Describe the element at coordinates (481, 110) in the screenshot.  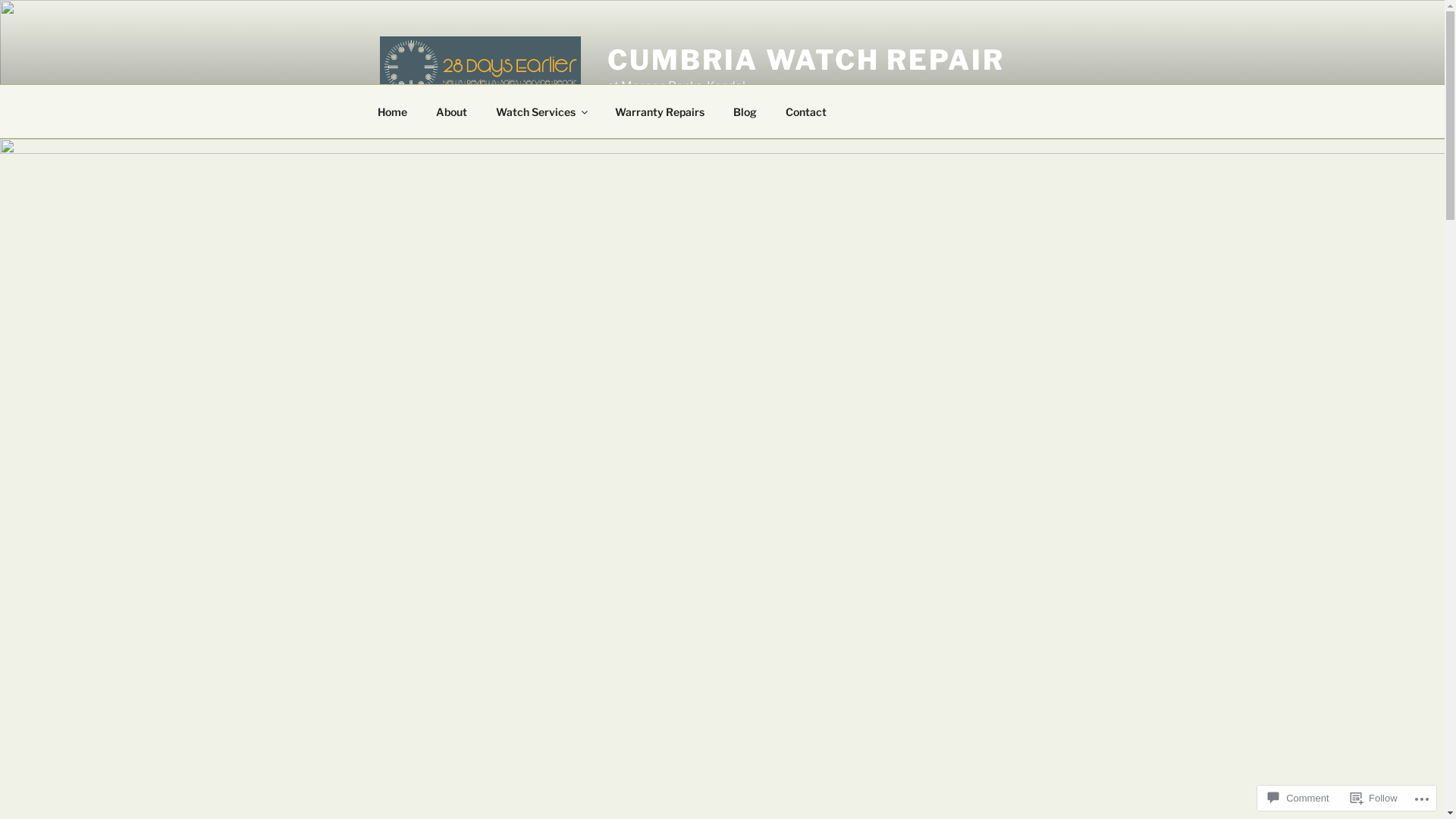
I see `'Watch Services'` at that location.